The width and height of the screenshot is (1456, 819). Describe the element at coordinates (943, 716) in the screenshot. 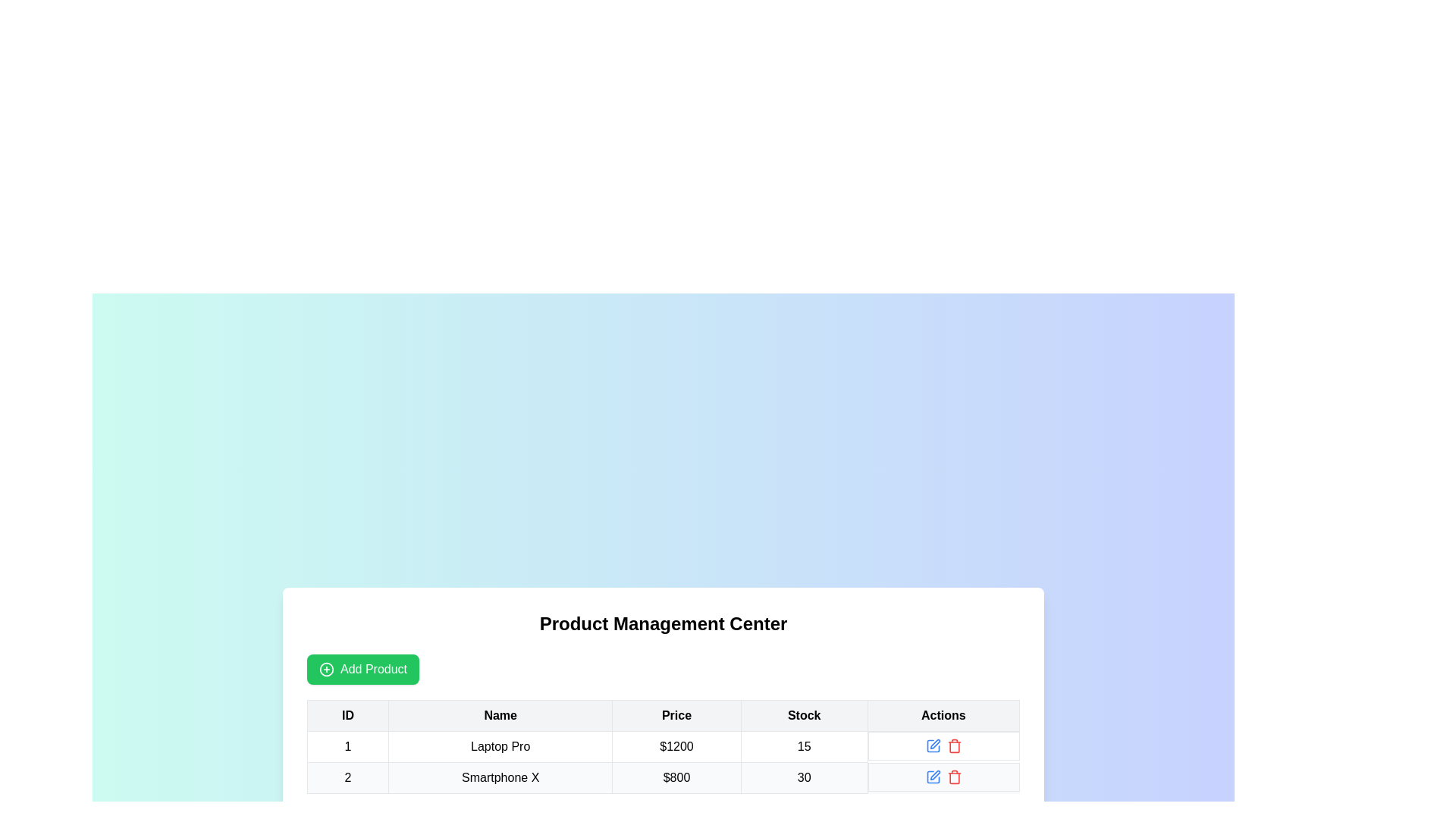

I see `the table header cell labeled 'Actions' which is located in the last column of the table with a light gray background and bold black font` at that location.